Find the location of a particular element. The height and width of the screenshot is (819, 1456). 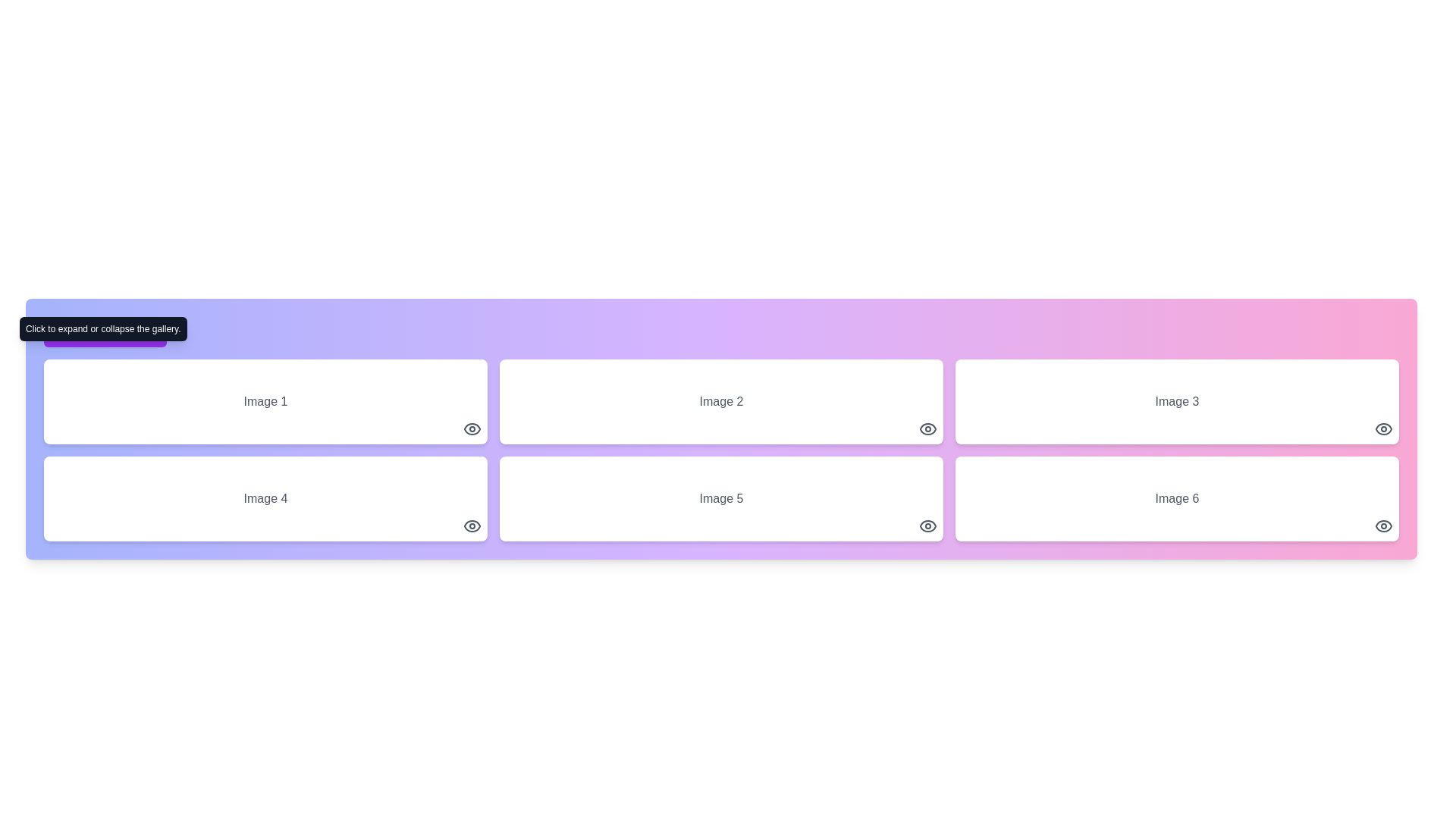

the second card in the 2x3 grid layout is located at coordinates (720, 499).